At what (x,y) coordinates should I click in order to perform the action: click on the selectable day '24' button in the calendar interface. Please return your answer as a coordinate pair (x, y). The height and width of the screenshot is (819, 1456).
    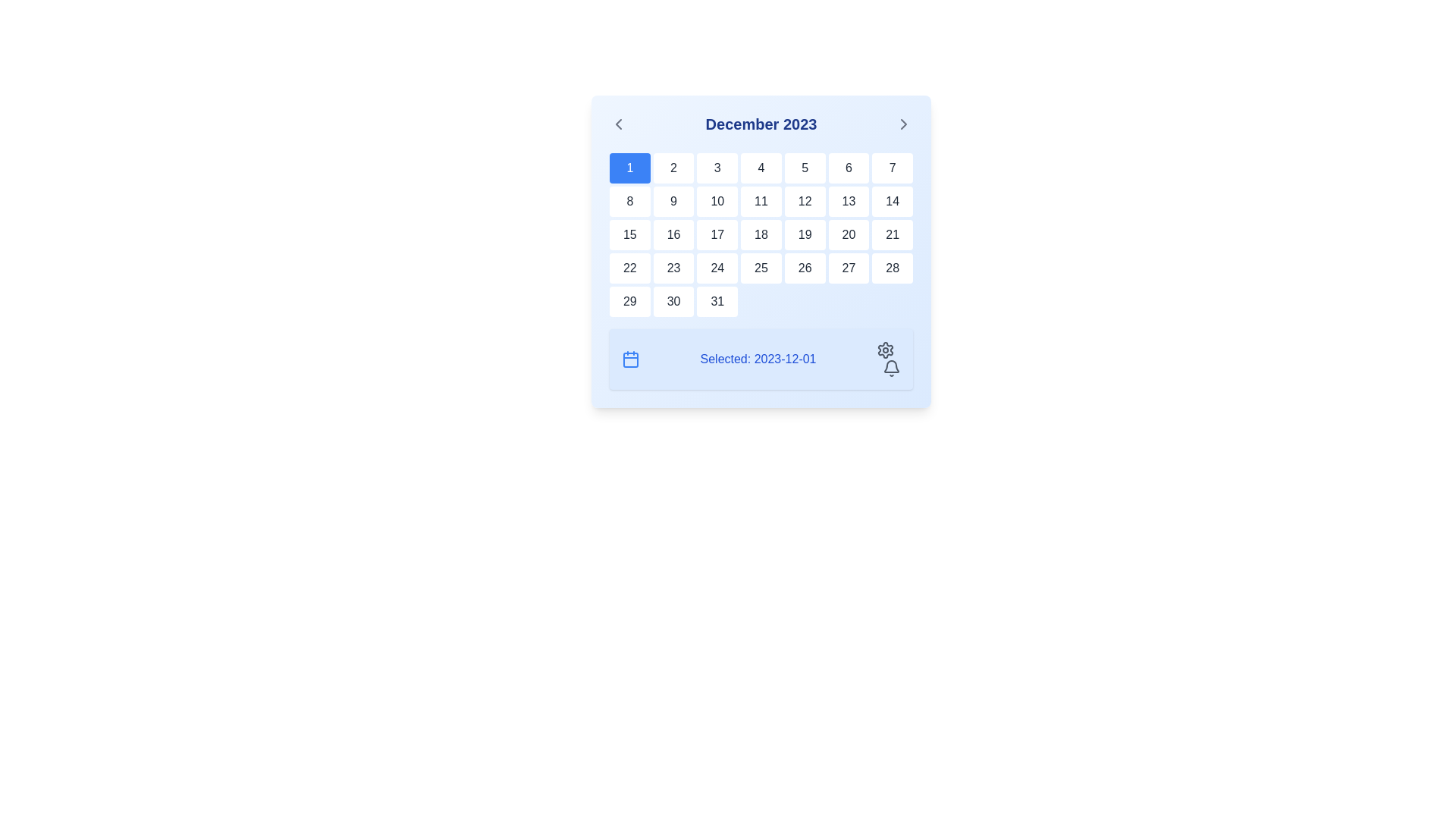
    Looking at the image, I should click on (717, 268).